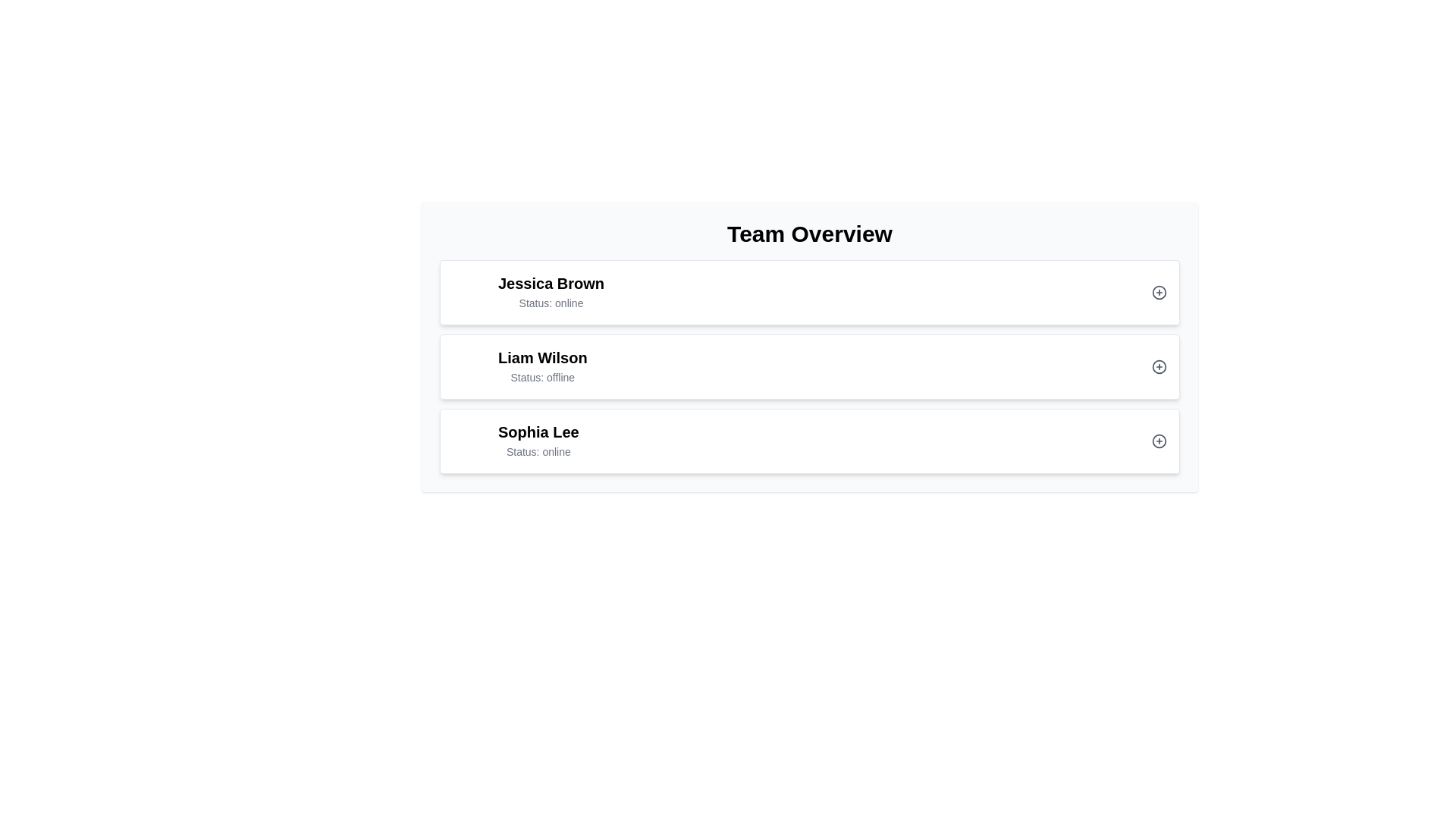 The width and height of the screenshot is (1456, 819). Describe the element at coordinates (519, 366) in the screenshot. I see `the text display component showing the name and online status of team member Liam Wilson, who is currently offline` at that location.